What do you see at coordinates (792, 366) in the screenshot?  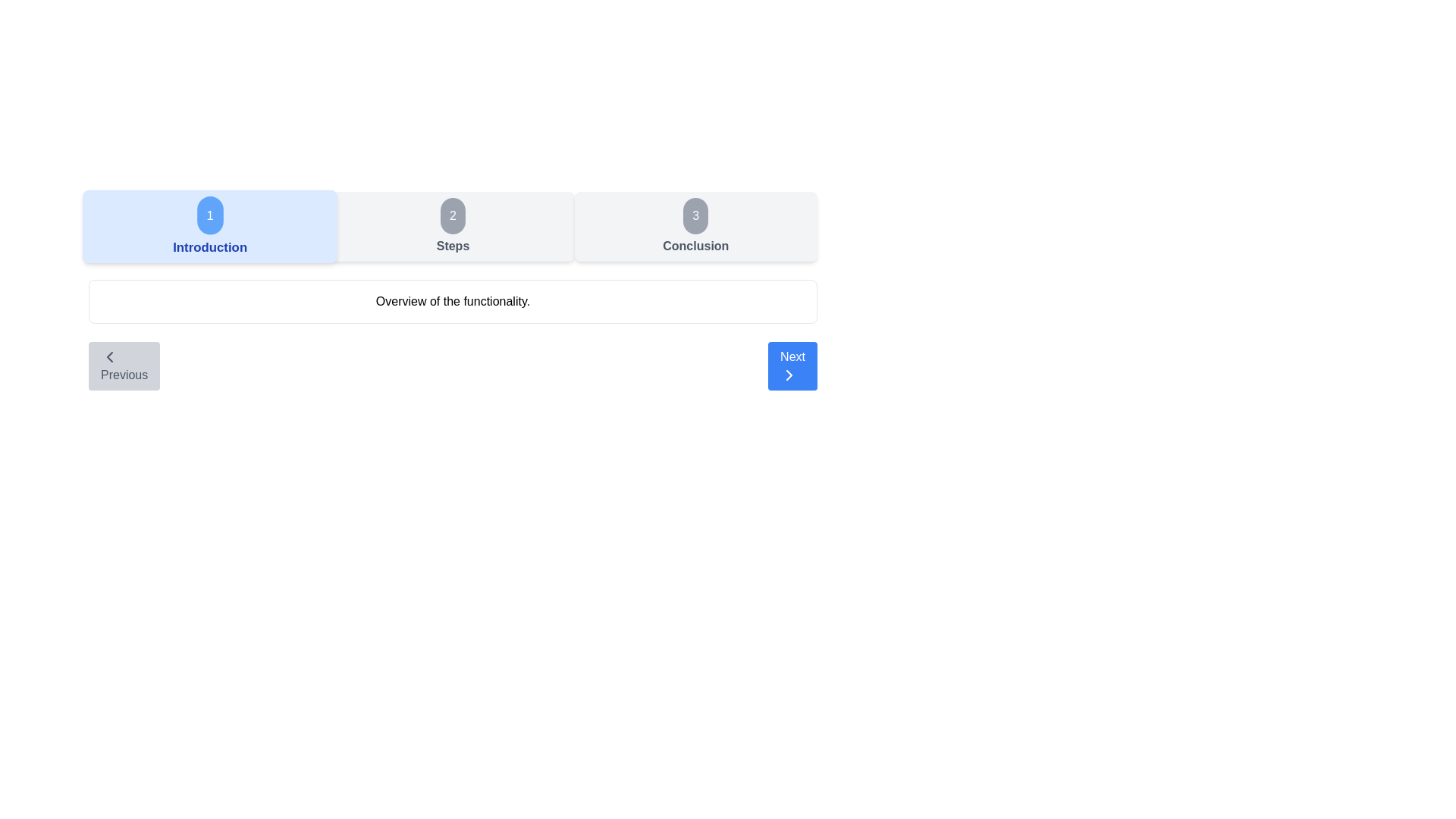 I see `the Next button to navigate` at bounding box center [792, 366].